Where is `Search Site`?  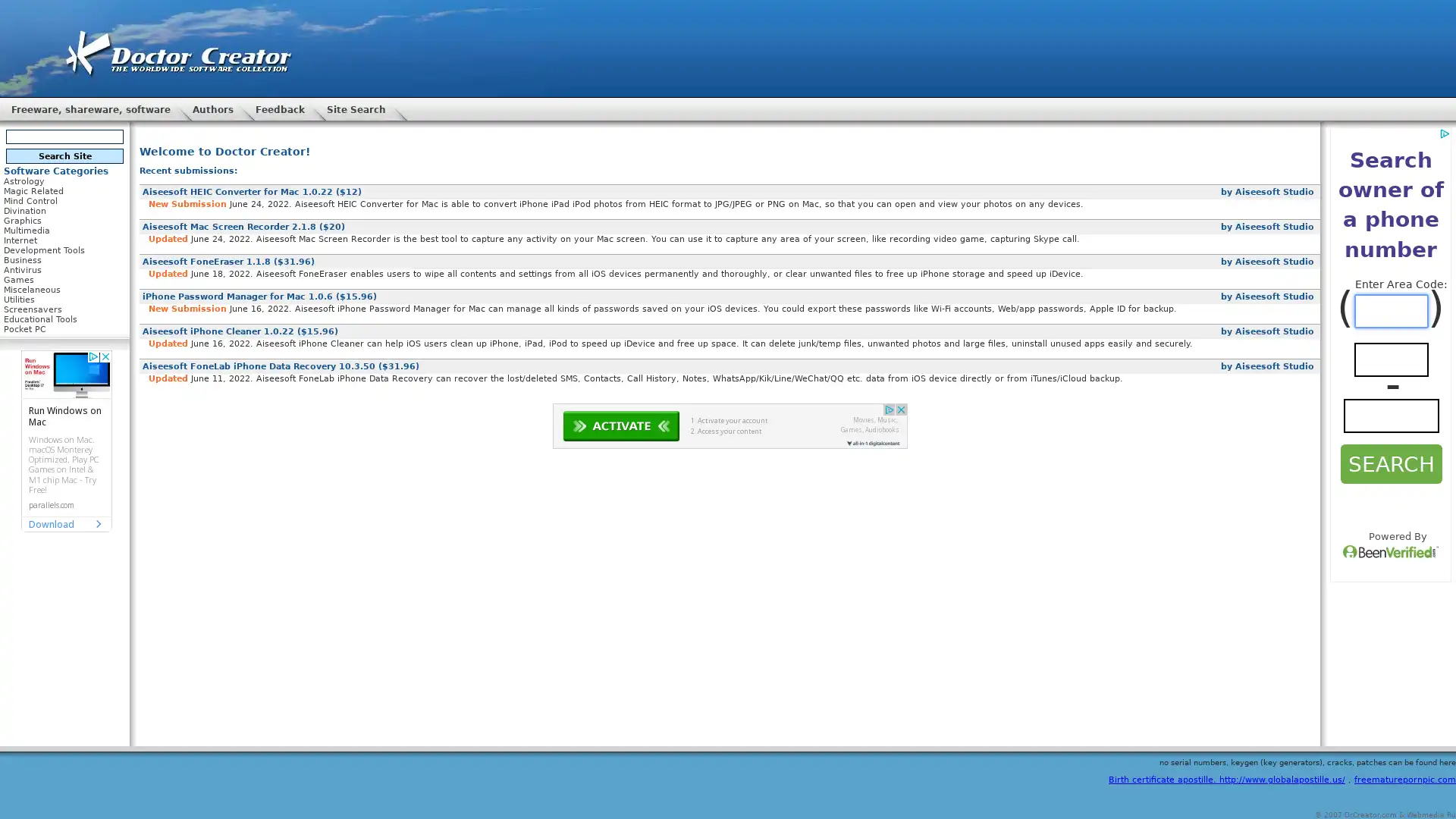
Search Site is located at coordinates (64, 155).